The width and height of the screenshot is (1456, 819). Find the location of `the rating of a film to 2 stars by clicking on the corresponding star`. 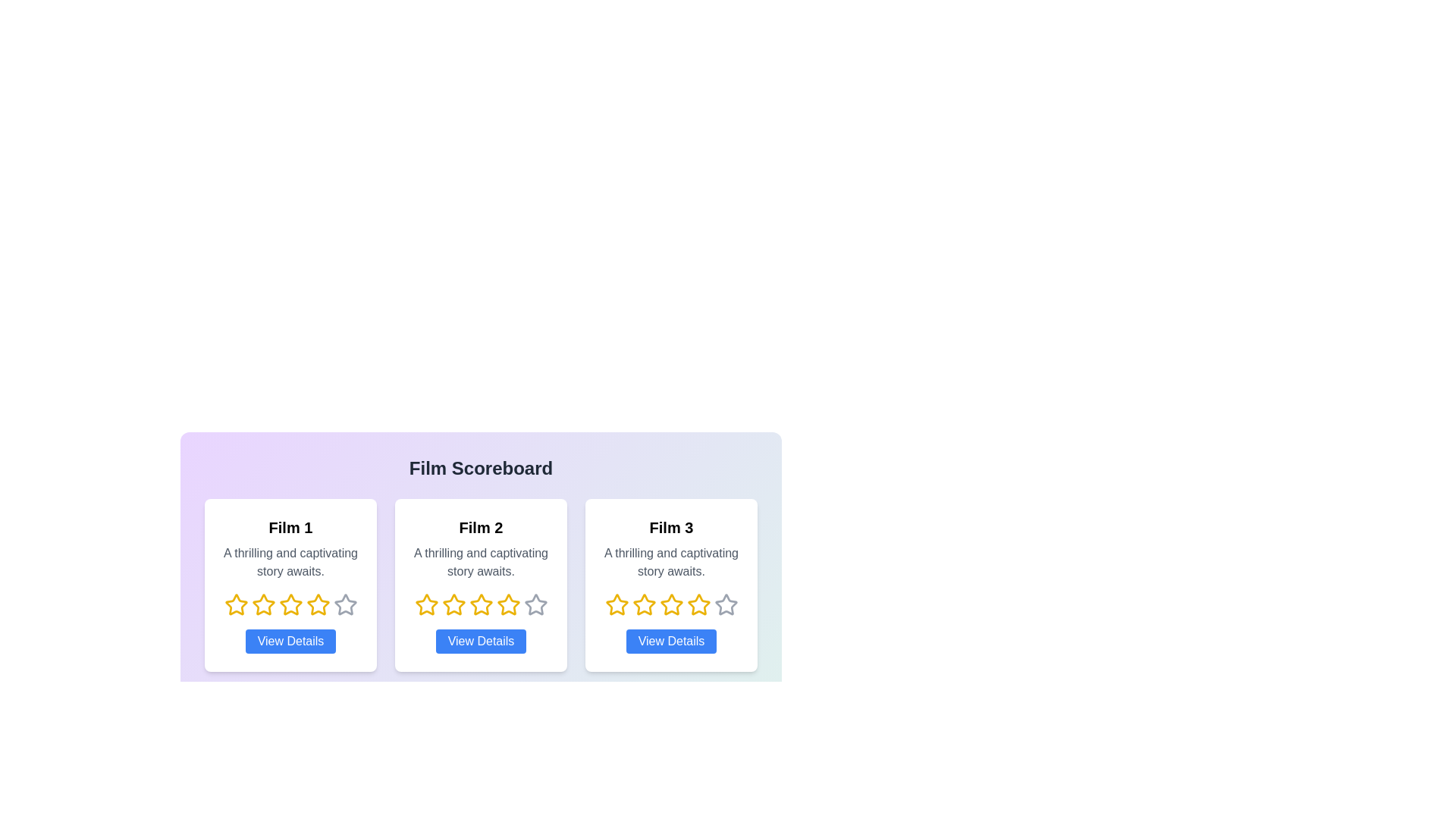

the rating of a film to 2 stars by clicking on the corresponding star is located at coordinates (263, 604).